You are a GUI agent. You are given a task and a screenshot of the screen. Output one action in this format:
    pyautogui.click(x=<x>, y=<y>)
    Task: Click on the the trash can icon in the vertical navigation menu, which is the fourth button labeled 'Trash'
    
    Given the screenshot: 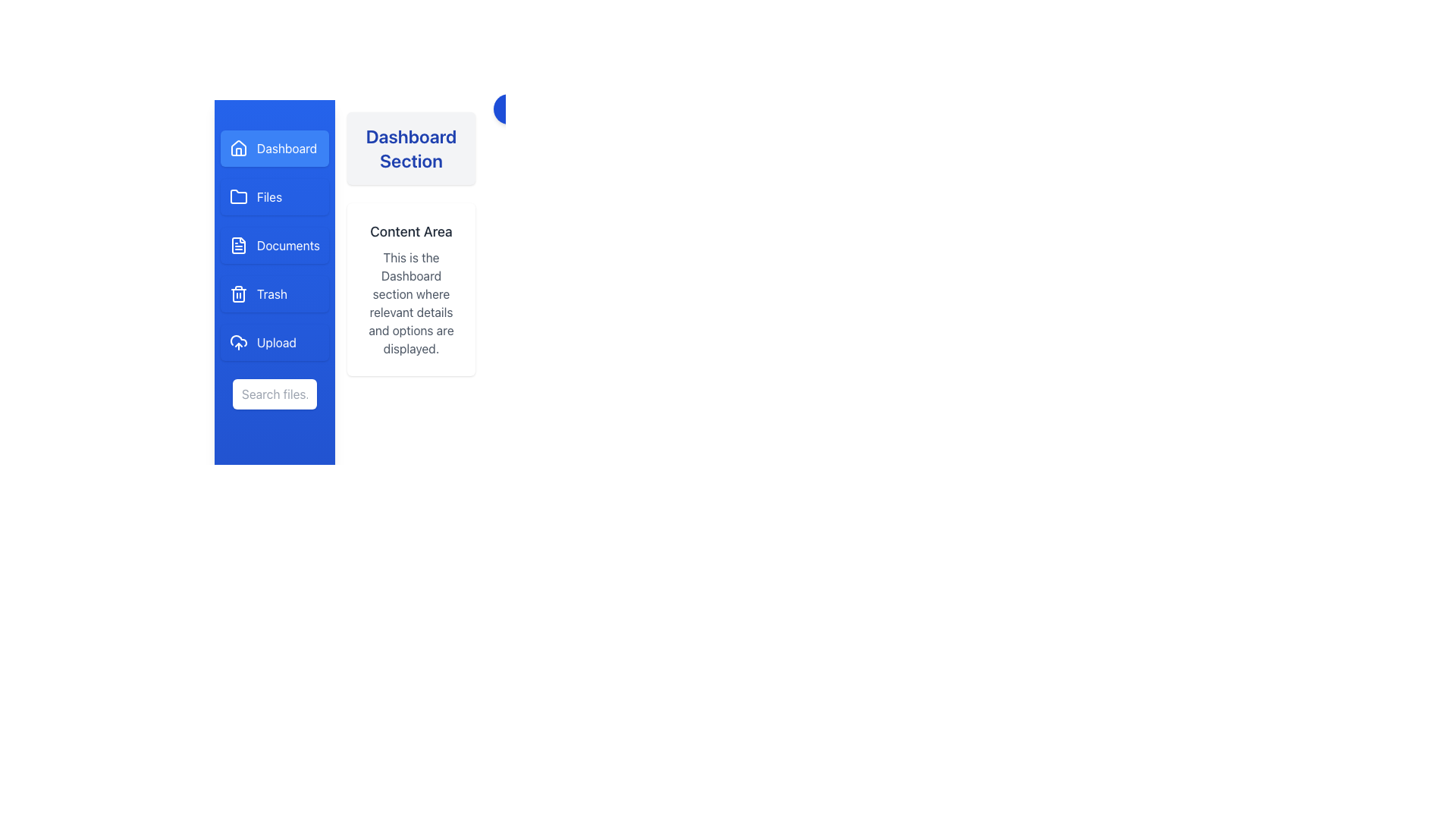 What is the action you would take?
    pyautogui.click(x=238, y=294)
    